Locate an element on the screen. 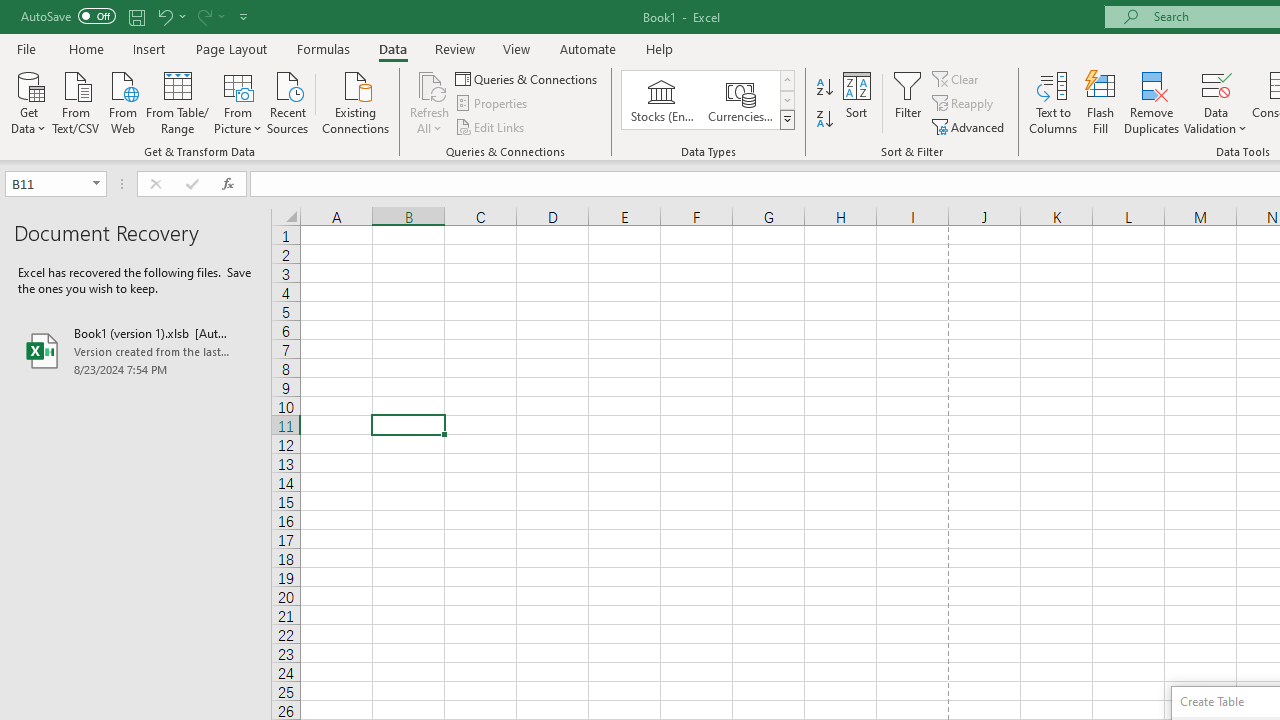 The image size is (1280, 720). 'Advanced...' is located at coordinates (970, 127).